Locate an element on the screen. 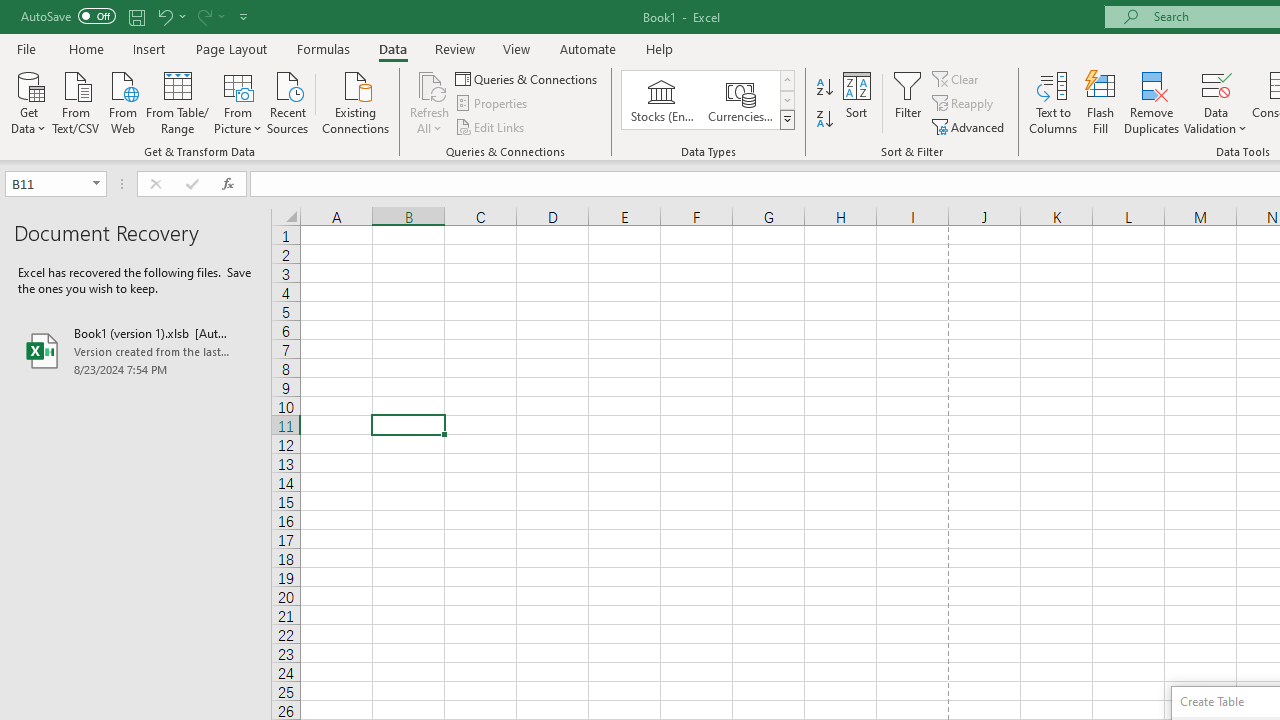 The image size is (1280, 720). 'Advanced...' is located at coordinates (970, 127).